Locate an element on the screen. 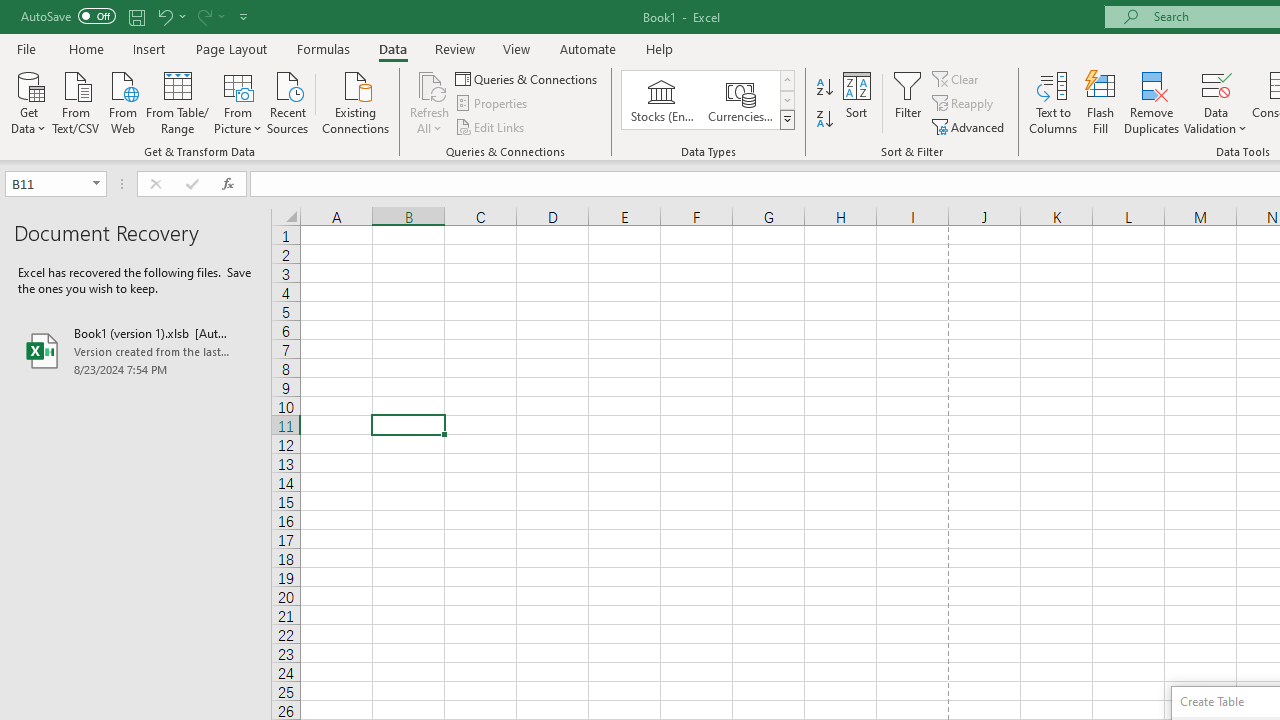 The image size is (1280, 720). 'Advanced...' is located at coordinates (970, 127).